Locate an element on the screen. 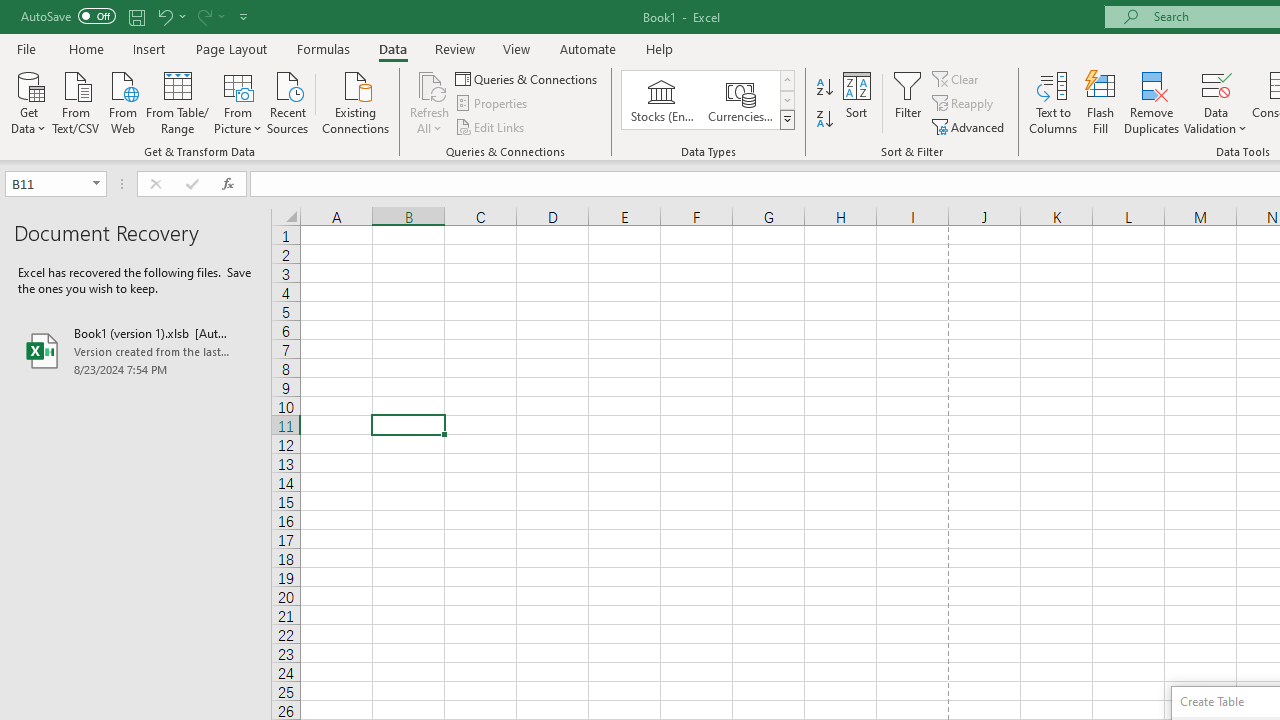 The image size is (1280, 720). 'Advanced...' is located at coordinates (970, 127).